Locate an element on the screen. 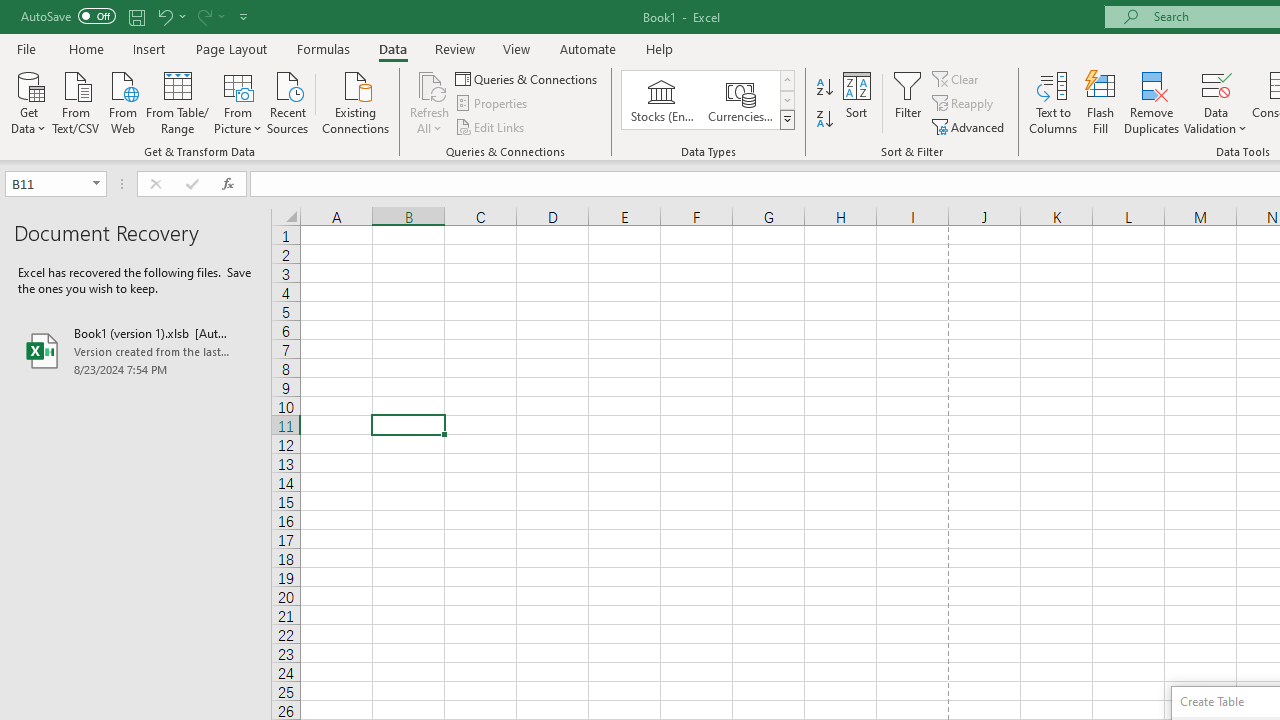 The image size is (1280, 720). 'Advanced...' is located at coordinates (970, 127).